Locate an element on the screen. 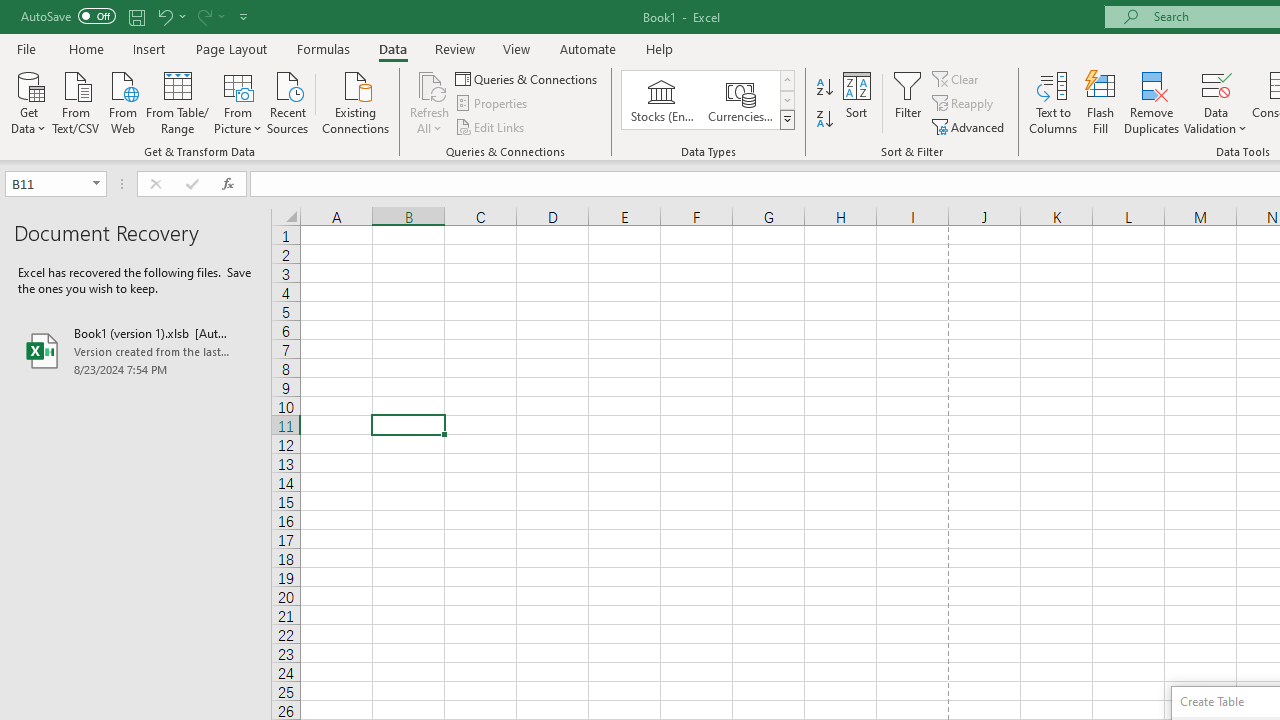 The image size is (1280, 720). 'Advanced...' is located at coordinates (970, 127).